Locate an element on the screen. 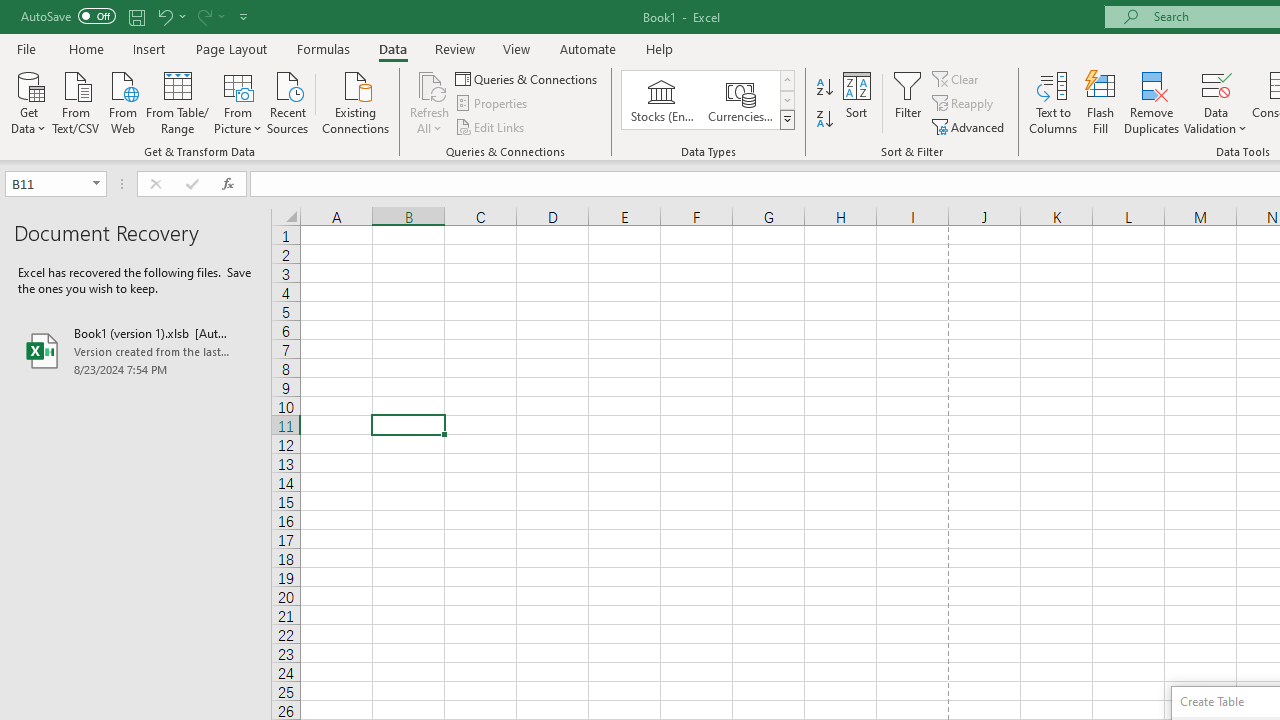 The image size is (1280, 720). 'Advanced...' is located at coordinates (970, 127).